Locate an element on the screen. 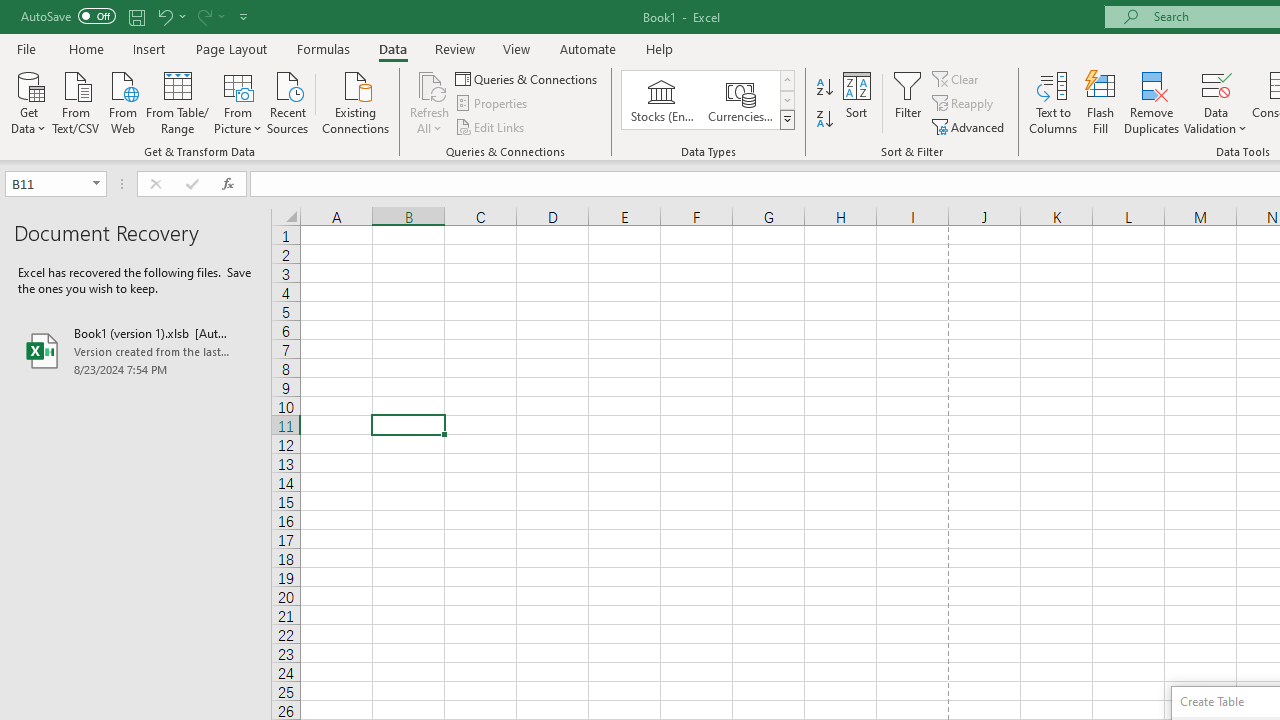 The image size is (1280, 720). 'Advanced...' is located at coordinates (970, 127).